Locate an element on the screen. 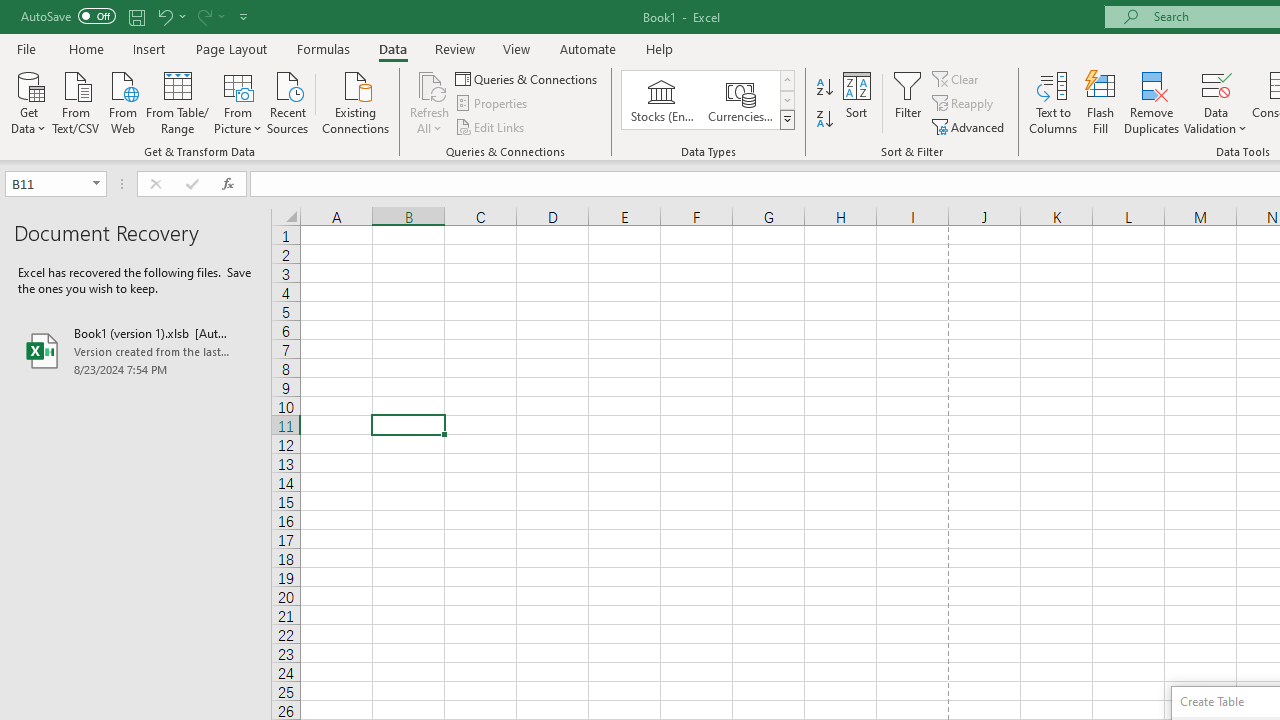 The image size is (1280, 720). 'Advanced...' is located at coordinates (970, 127).